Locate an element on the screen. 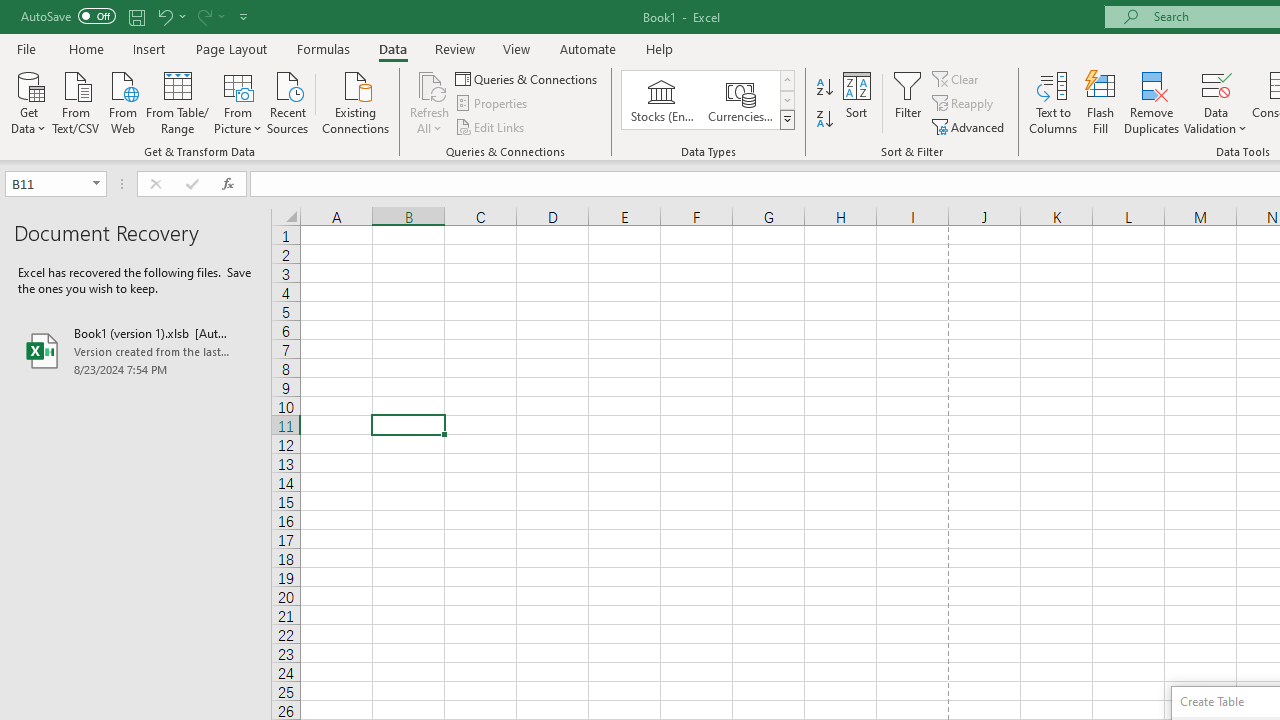 The image size is (1280, 720). 'Advanced...' is located at coordinates (970, 127).